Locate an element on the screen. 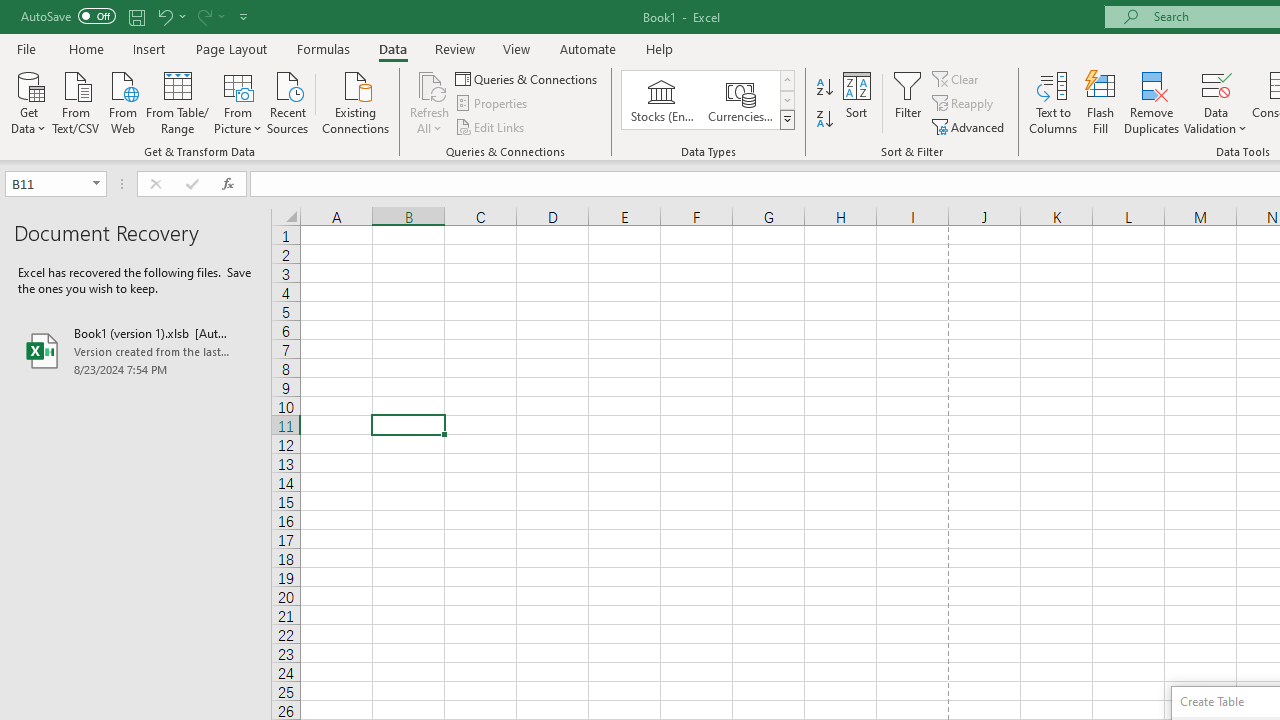 The image size is (1280, 720). 'Advanced...' is located at coordinates (970, 127).